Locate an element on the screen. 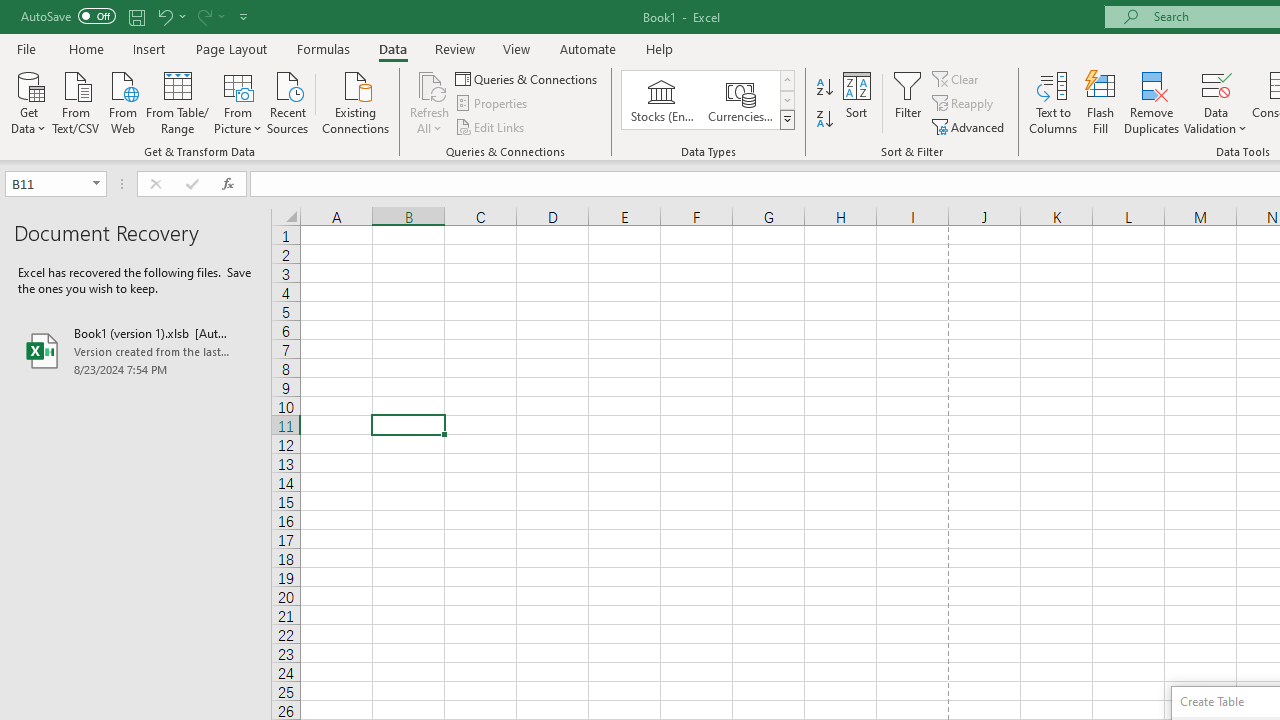 The image size is (1280, 720). 'Advanced...' is located at coordinates (970, 127).